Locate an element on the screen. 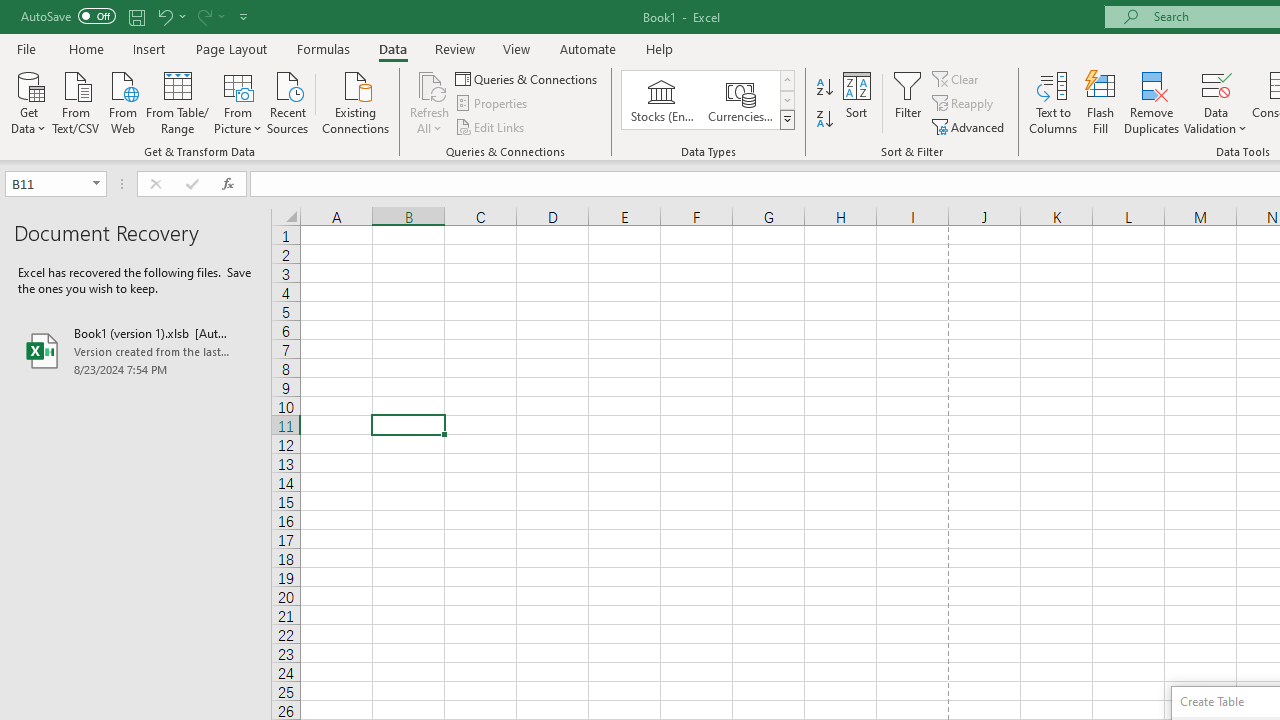 The image size is (1280, 720). 'Advanced...' is located at coordinates (970, 127).